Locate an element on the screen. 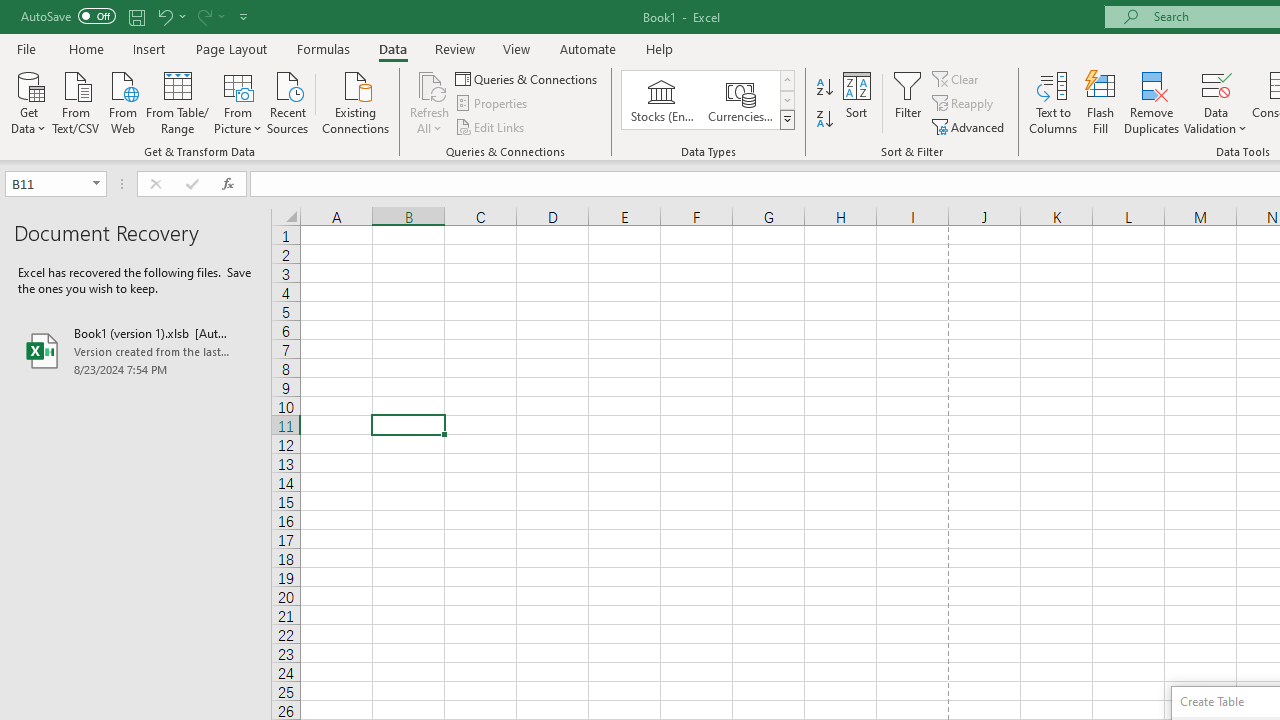 The image size is (1280, 720). 'Advanced...' is located at coordinates (970, 127).